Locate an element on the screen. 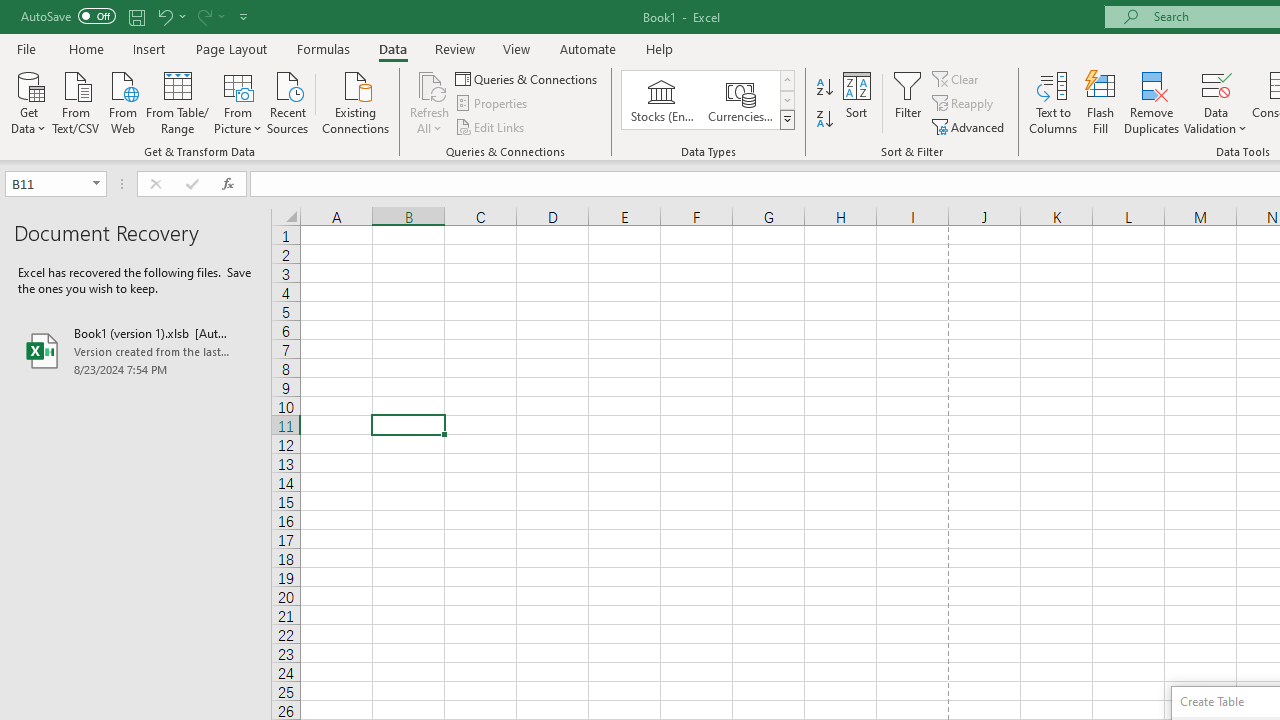 The image size is (1280, 720). 'Advanced...' is located at coordinates (970, 127).